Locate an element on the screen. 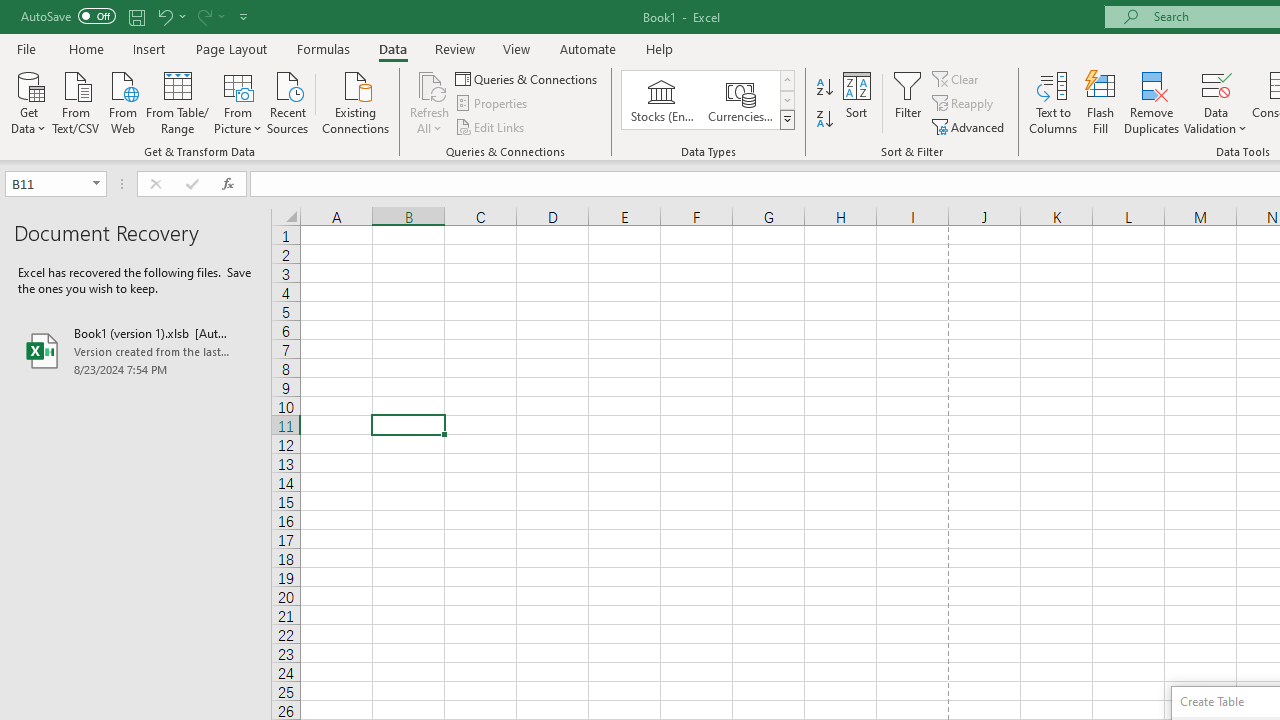 The image size is (1280, 720). 'Advanced...' is located at coordinates (970, 127).